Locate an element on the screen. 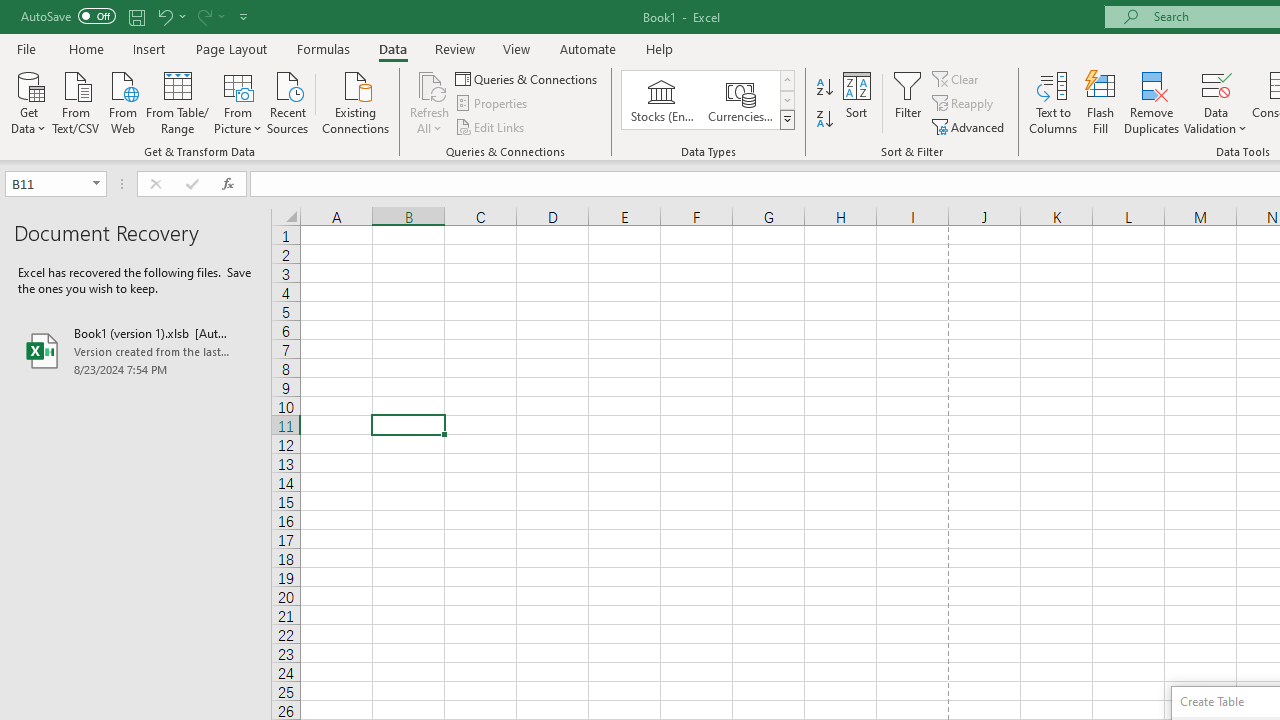 The image size is (1280, 720). 'Advanced...' is located at coordinates (970, 127).